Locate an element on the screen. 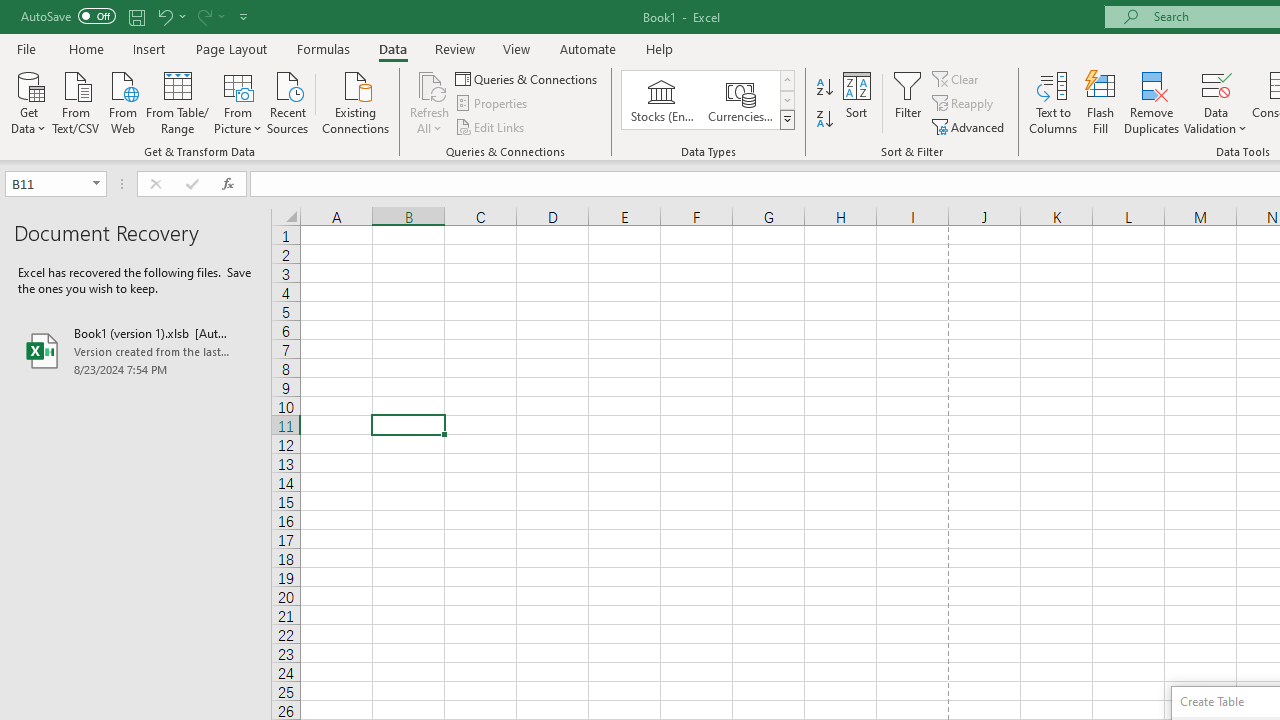 The image size is (1280, 720). 'Advanced...' is located at coordinates (970, 127).